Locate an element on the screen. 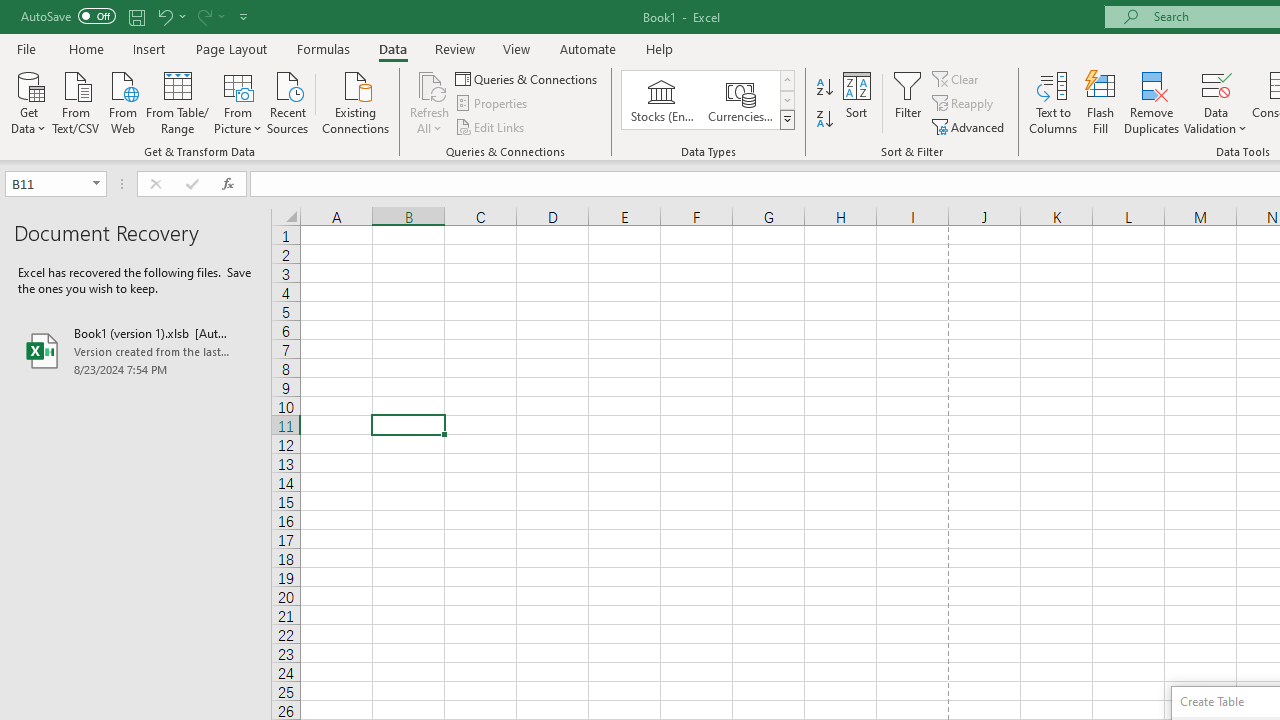 The image size is (1280, 720). 'Advanced...' is located at coordinates (970, 127).